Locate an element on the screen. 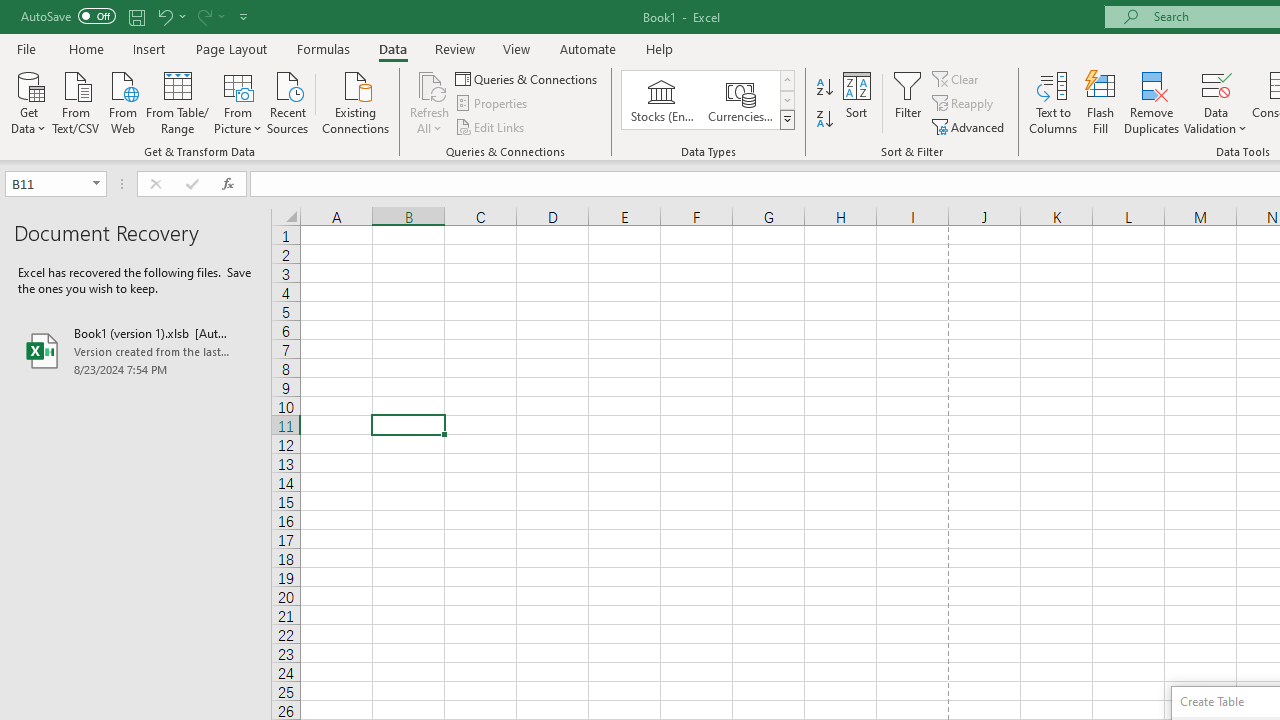 The image size is (1280, 720). 'Advanced...' is located at coordinates (970, 127).